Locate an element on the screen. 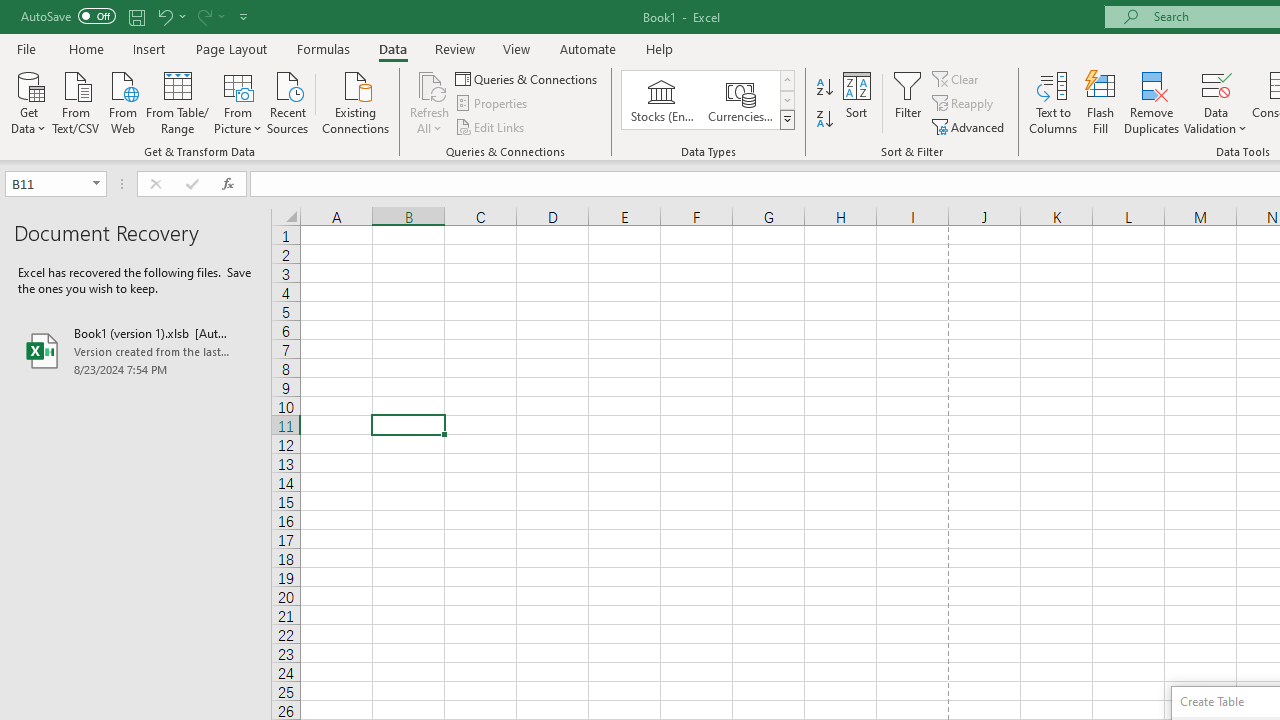 The image size is (1280, 720). 'Advanced...' is located at coordinates (970, 127).